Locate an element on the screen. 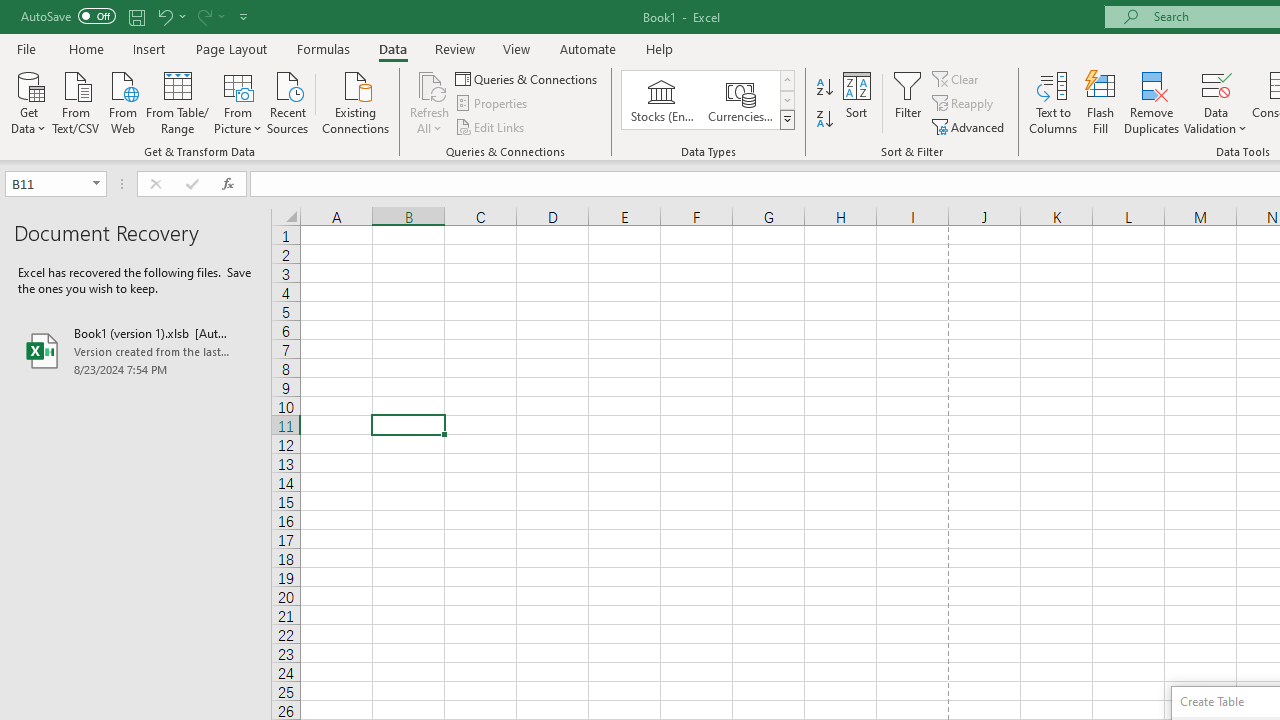 The image size is (1280, 720). 'Advanced...' is located at coordinates (970, 127).